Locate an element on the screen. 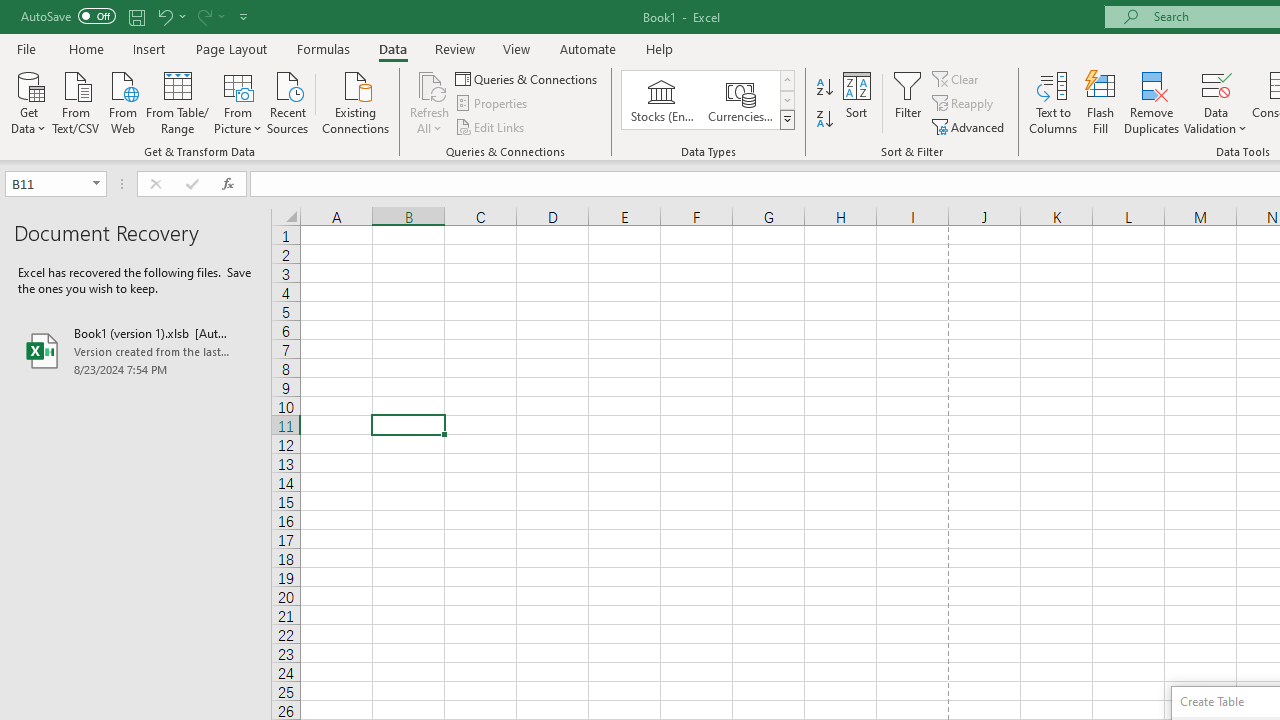 The image size is (1280, 720). 'Advanced...' is located at coordinates (970, 127).